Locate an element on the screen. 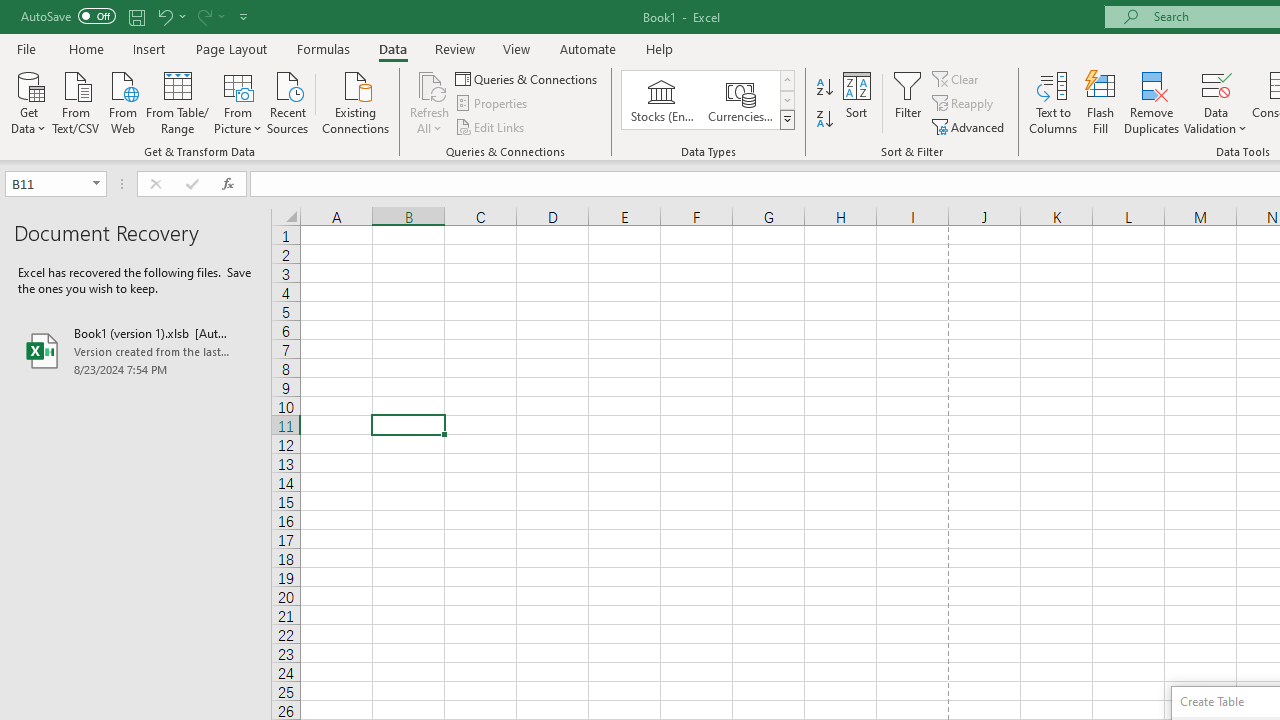 The image size is (1280, 720). 'Advanced...' is located at coordinates (970, 127).